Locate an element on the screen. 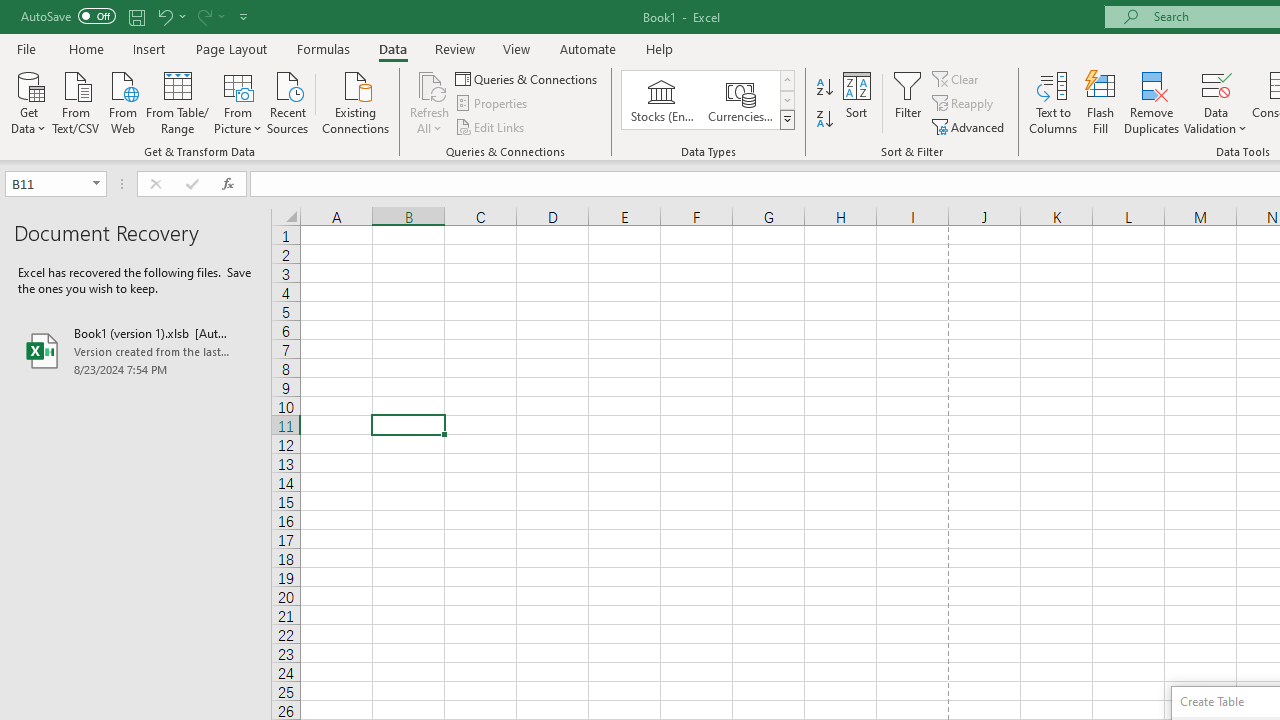 The image size is (1280, 720). 'Advanced...' is located at coordinates (970, 127).